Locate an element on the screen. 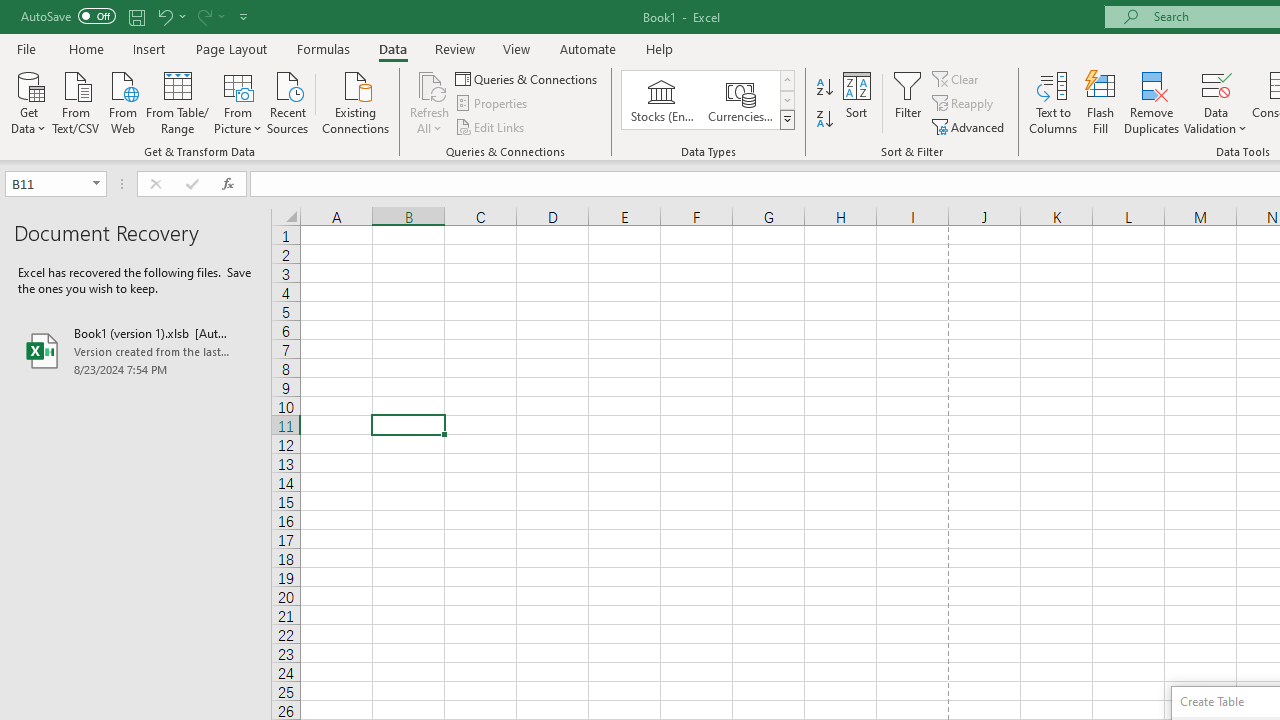 The image size is (1280, 720). 'Advanced...' is located at coordinates (970, 127).